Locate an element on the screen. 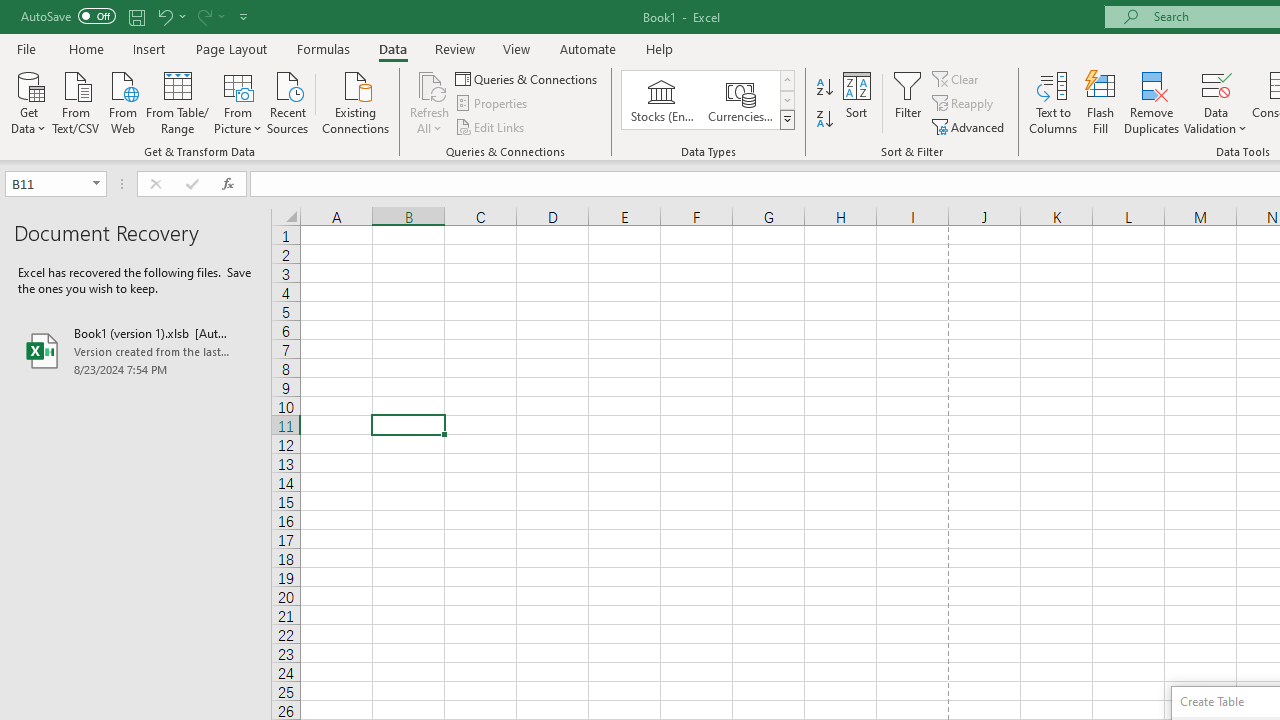 The image size is (1280, 720). 'Advanced...' is located at coordinates (970, 127).